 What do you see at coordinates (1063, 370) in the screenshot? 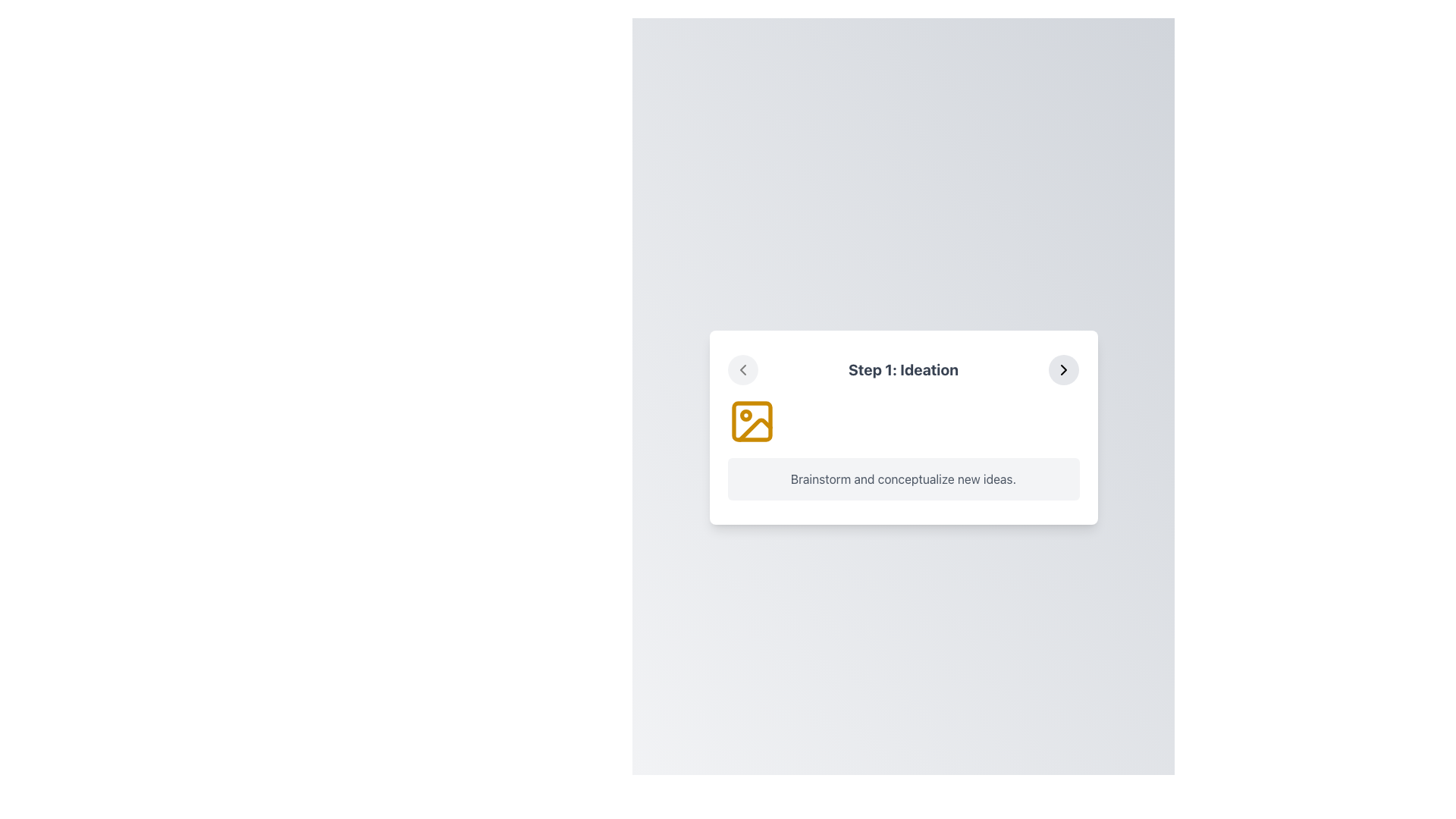
I see `the rightward-pointing chevron icon button located in the top-right corner of the 'Step 1: Ideation' card` at bounding box center [1063, 370].